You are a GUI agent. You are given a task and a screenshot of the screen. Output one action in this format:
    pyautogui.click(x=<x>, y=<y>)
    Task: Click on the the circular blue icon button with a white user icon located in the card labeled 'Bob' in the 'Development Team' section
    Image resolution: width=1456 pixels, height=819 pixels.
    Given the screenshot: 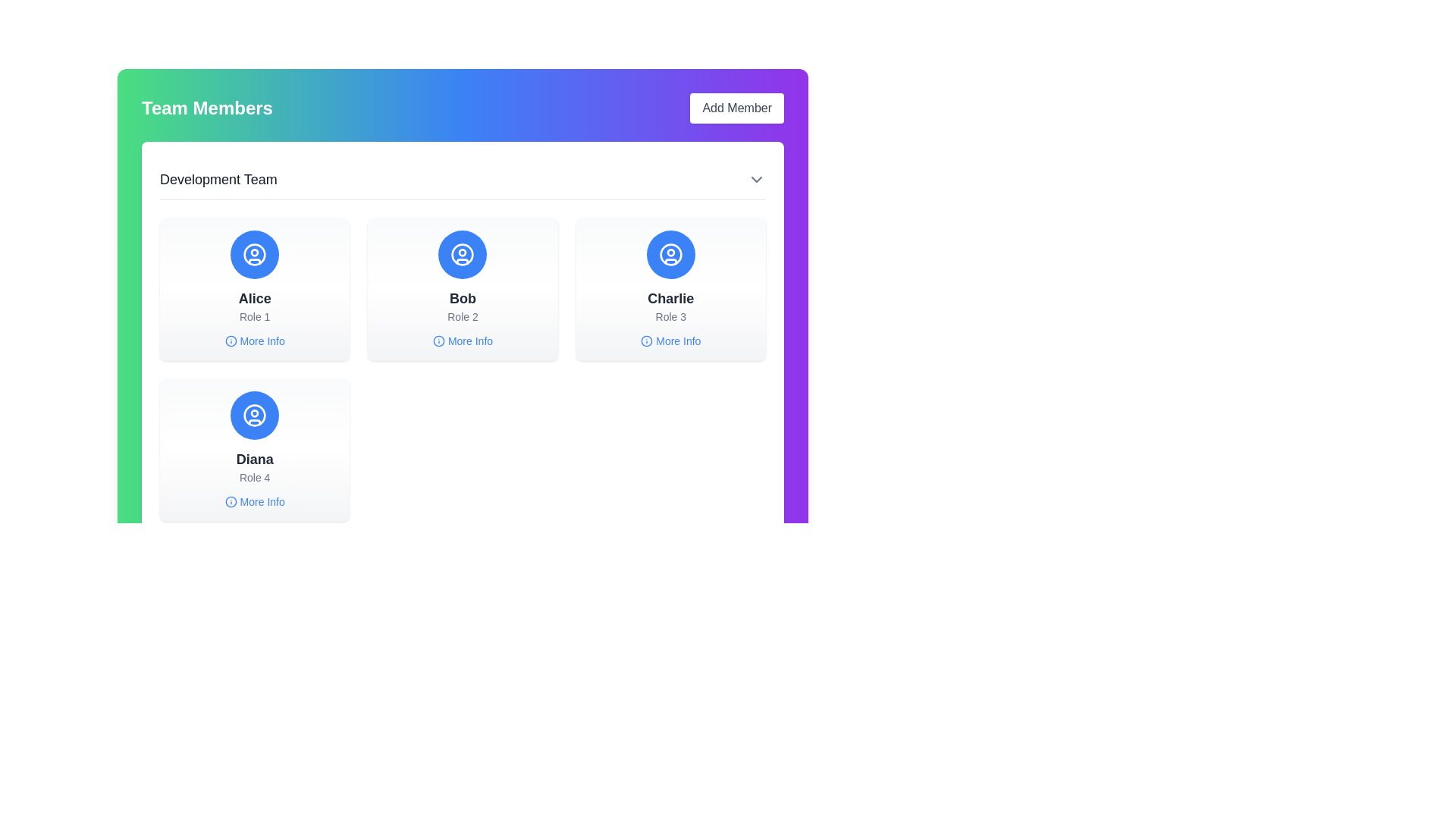 What is the action you would take?
    pyautogui.click(x=462, y=253)
    